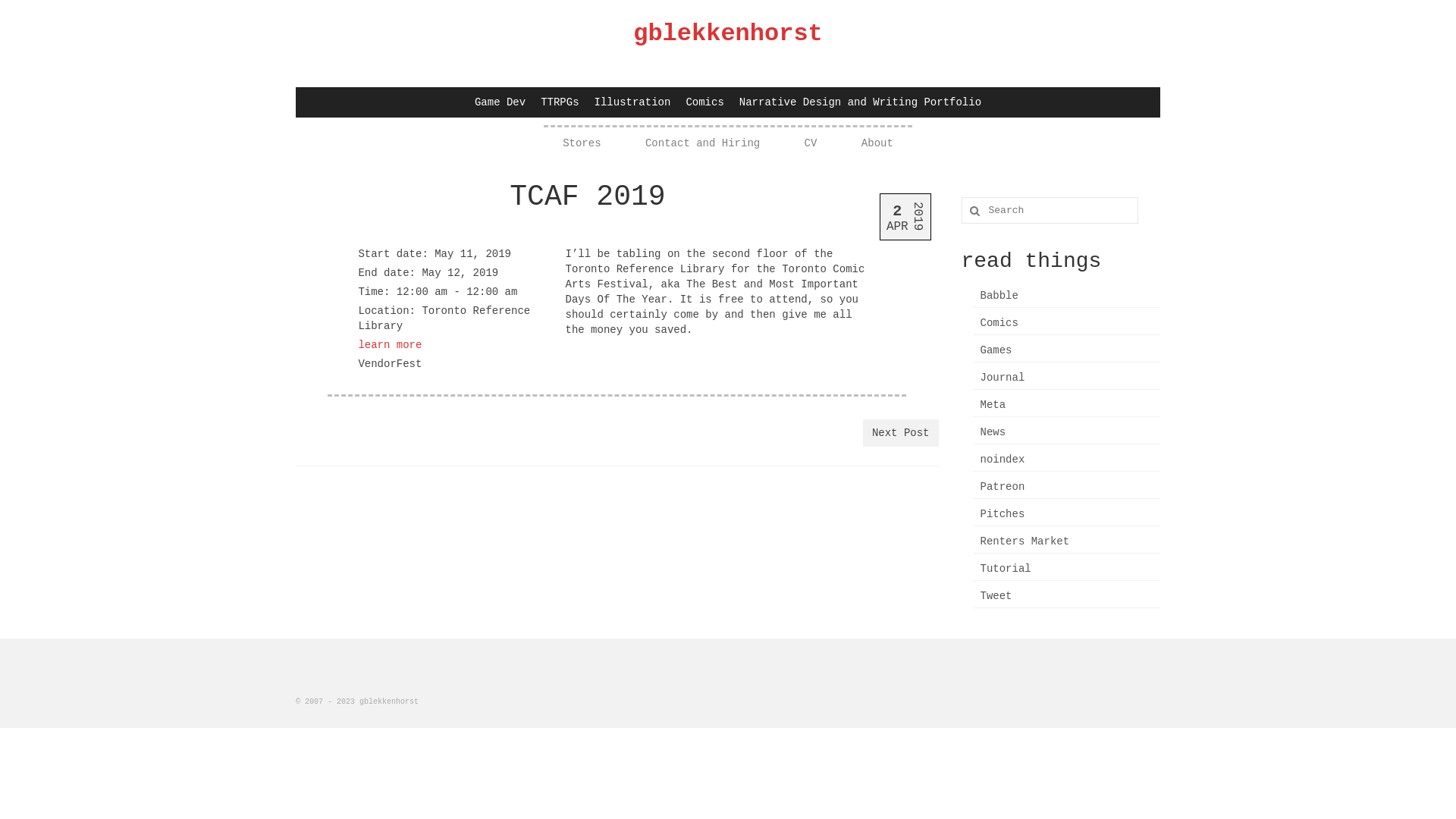 This screenshot has height=819, width=1456. Describe the element at coordinates (632, 102) in the screenshot. I see `'Illustration'` at that location.